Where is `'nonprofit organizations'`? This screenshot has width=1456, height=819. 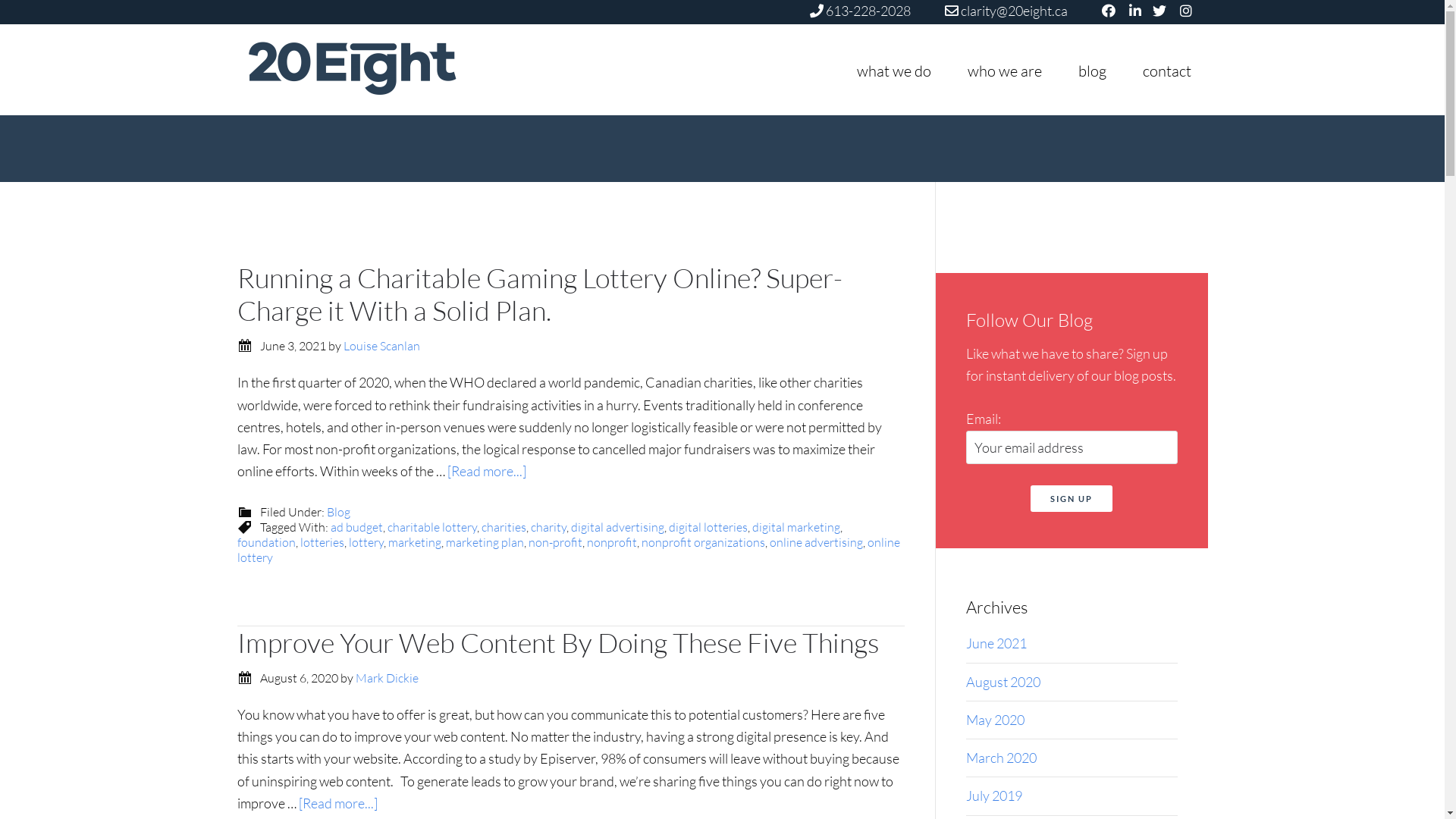
'nonprofit organizations' is located at coordinates (702, 541).